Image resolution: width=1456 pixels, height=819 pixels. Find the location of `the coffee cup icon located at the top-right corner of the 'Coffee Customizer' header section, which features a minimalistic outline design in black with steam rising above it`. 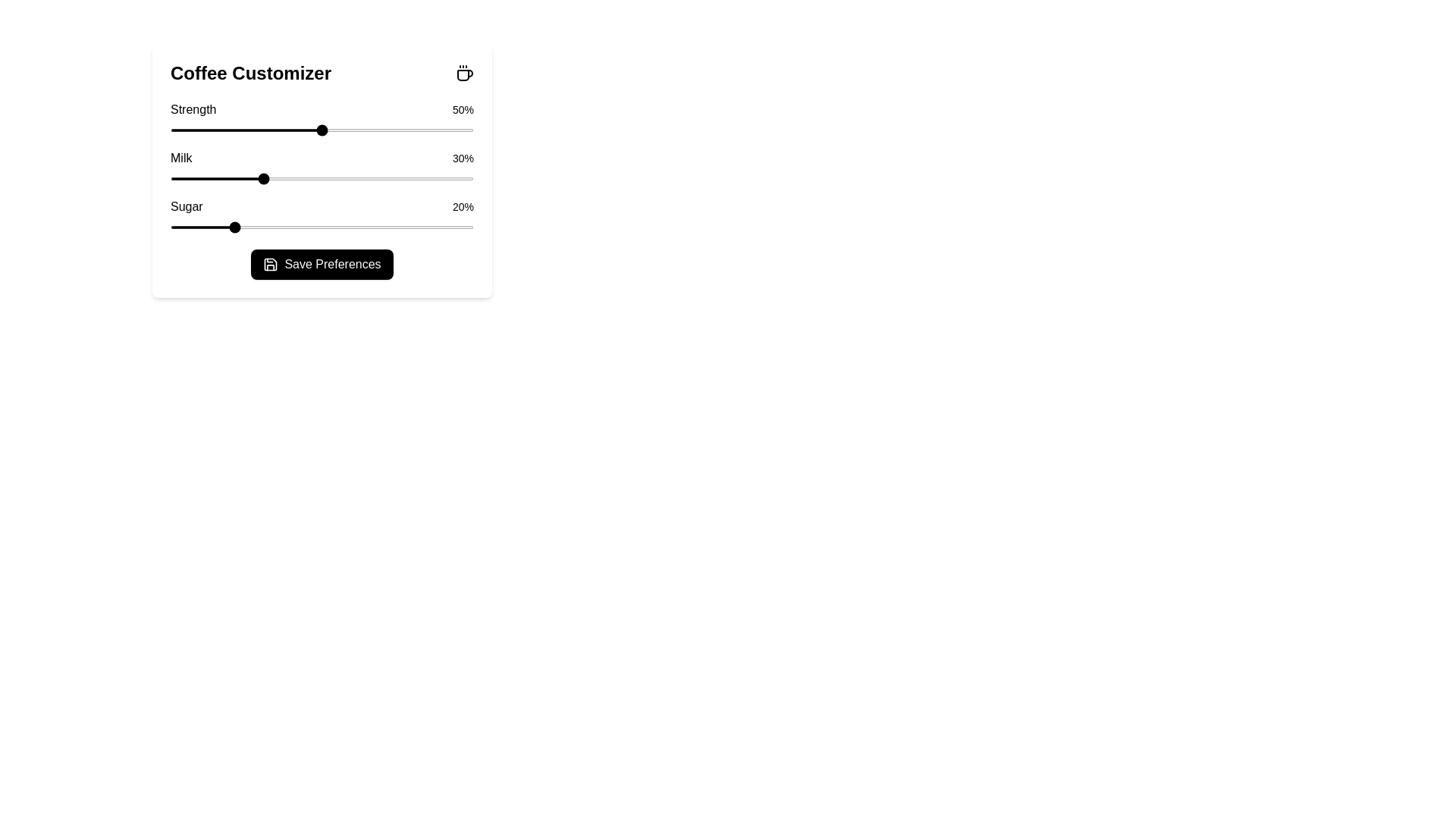

the coffee cup icon located at the top-right corner of the 'Coffee Customizer' header section, which features a minimalistic outline design in black with steam rising above it is located at coordinates (464, 73).